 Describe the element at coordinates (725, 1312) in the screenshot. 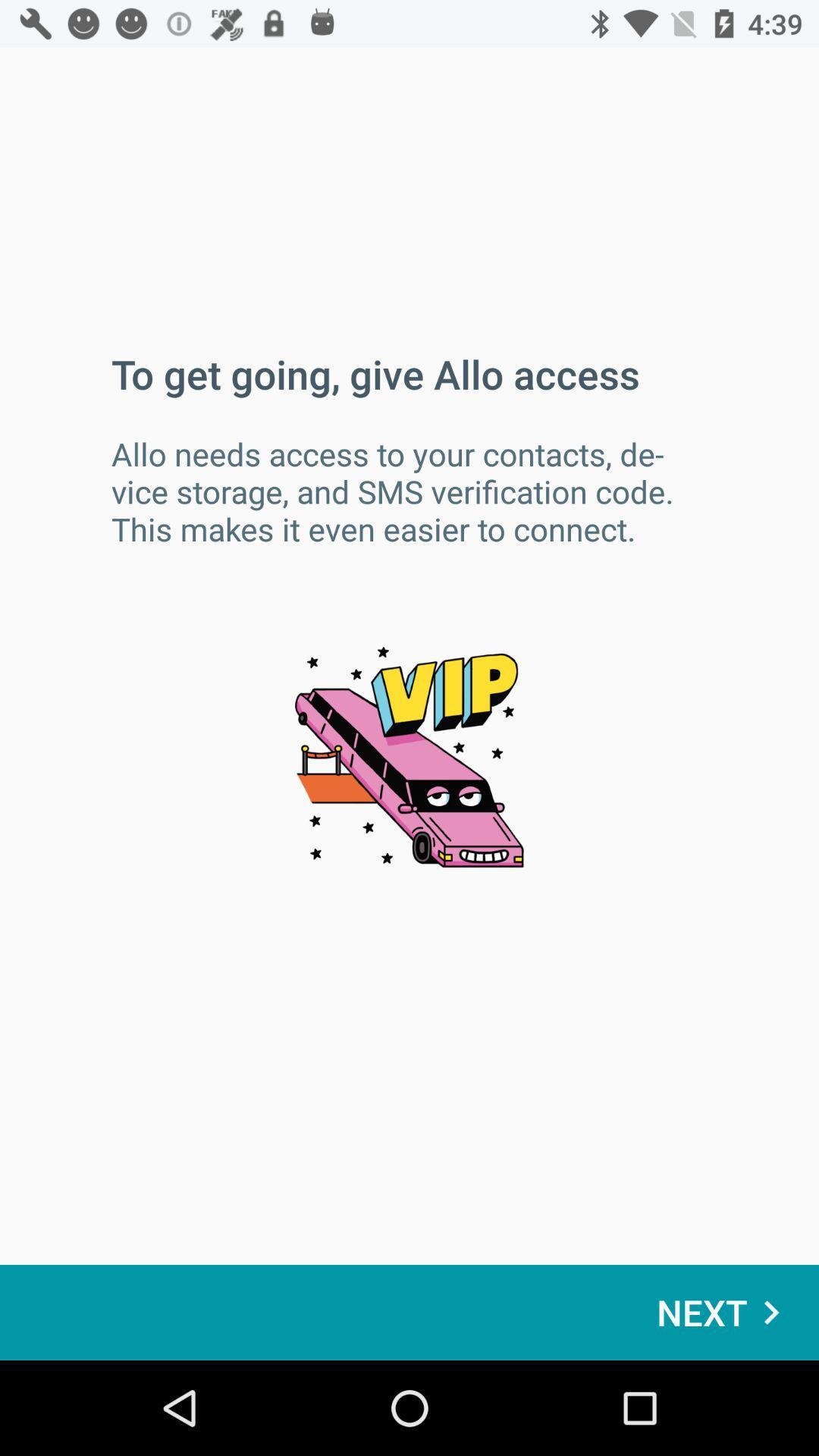

I see `next icon` at that location.